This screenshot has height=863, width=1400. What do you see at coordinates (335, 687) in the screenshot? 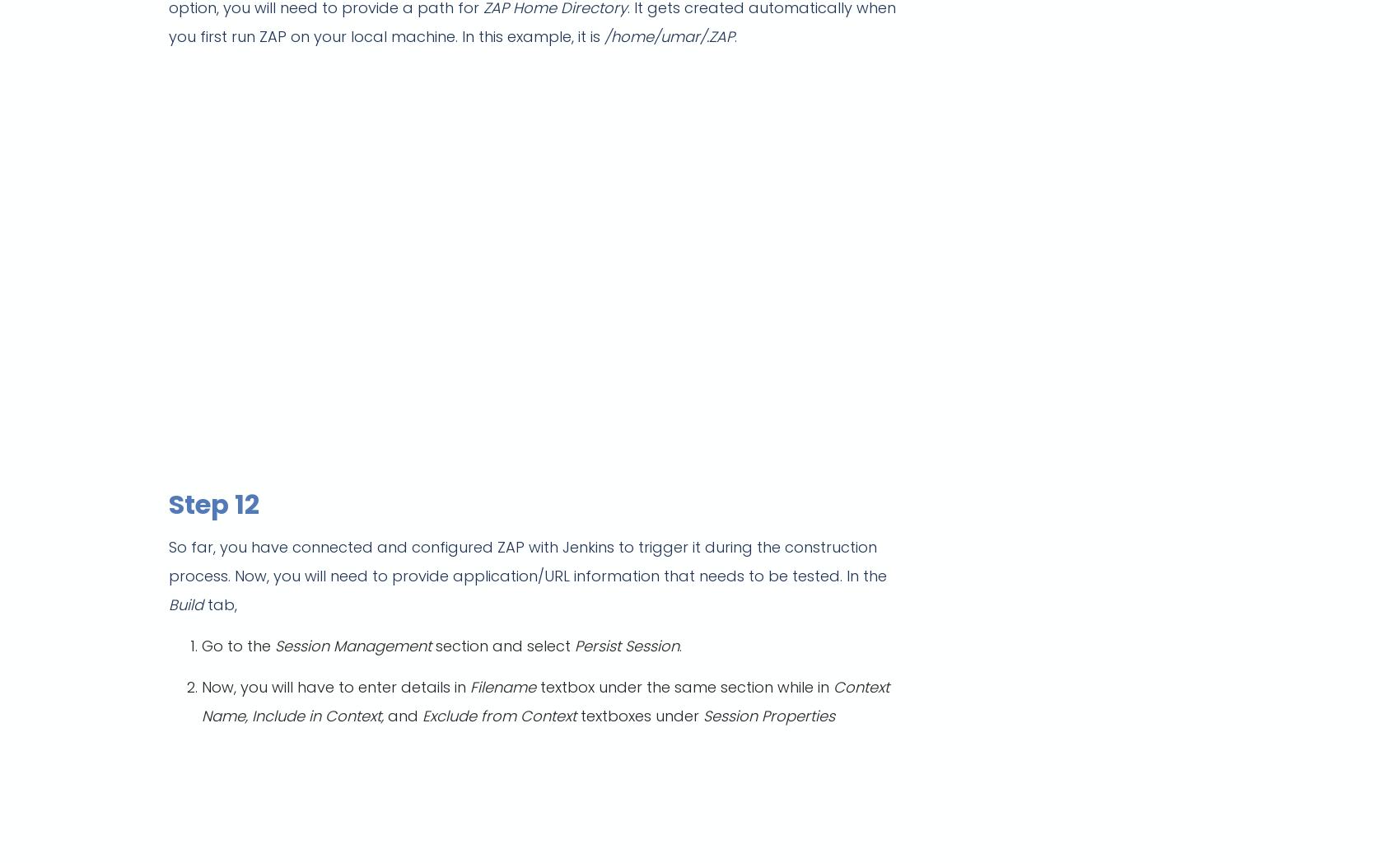
I see `'Now, you will have to enter details in'` at bounding box center [335, 687].